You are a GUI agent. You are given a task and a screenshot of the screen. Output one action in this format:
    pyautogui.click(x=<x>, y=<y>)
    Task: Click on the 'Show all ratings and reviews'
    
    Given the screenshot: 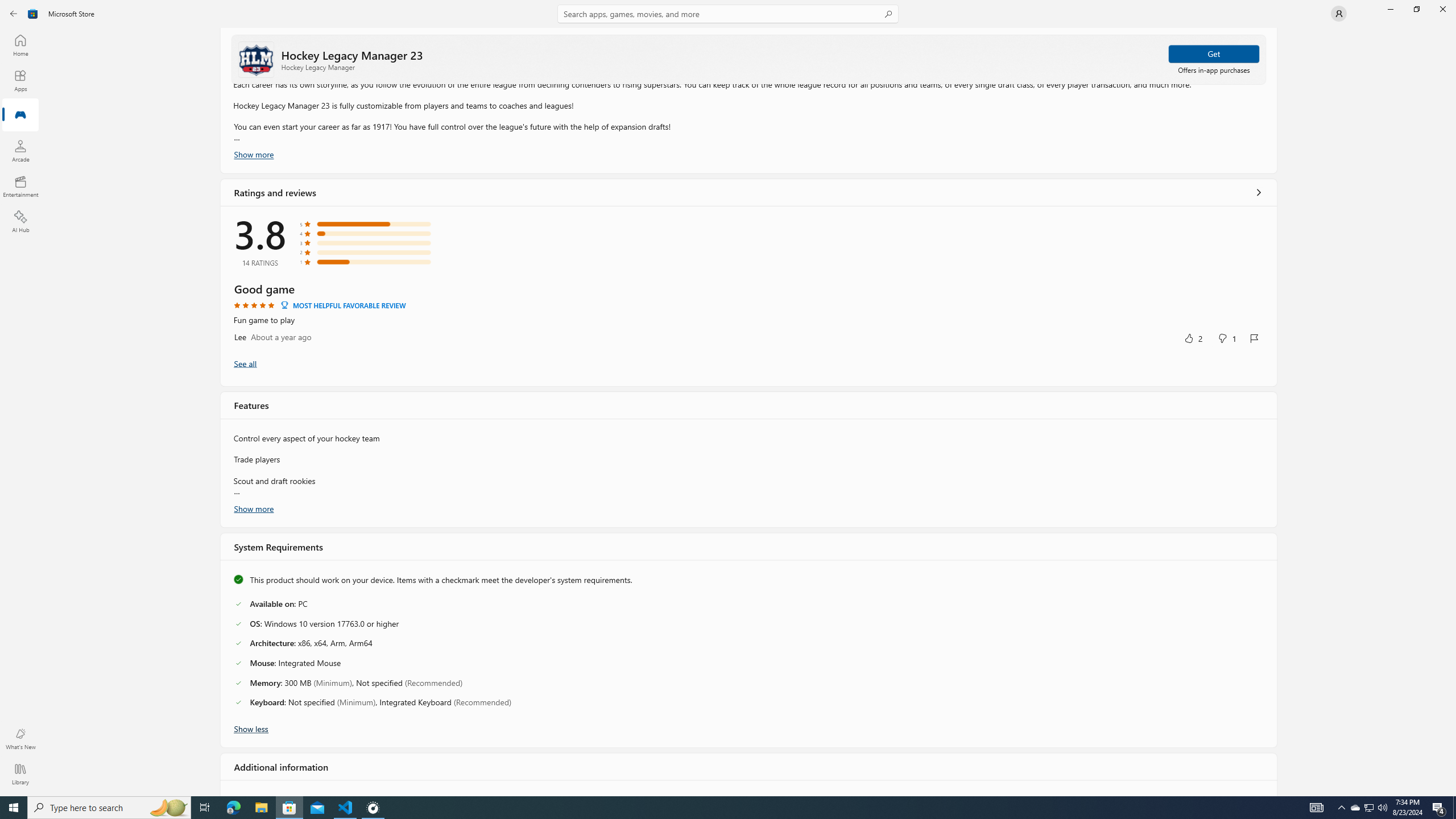 What is the action you would take?
    pyautogui.click(x=1259, y=192)
    